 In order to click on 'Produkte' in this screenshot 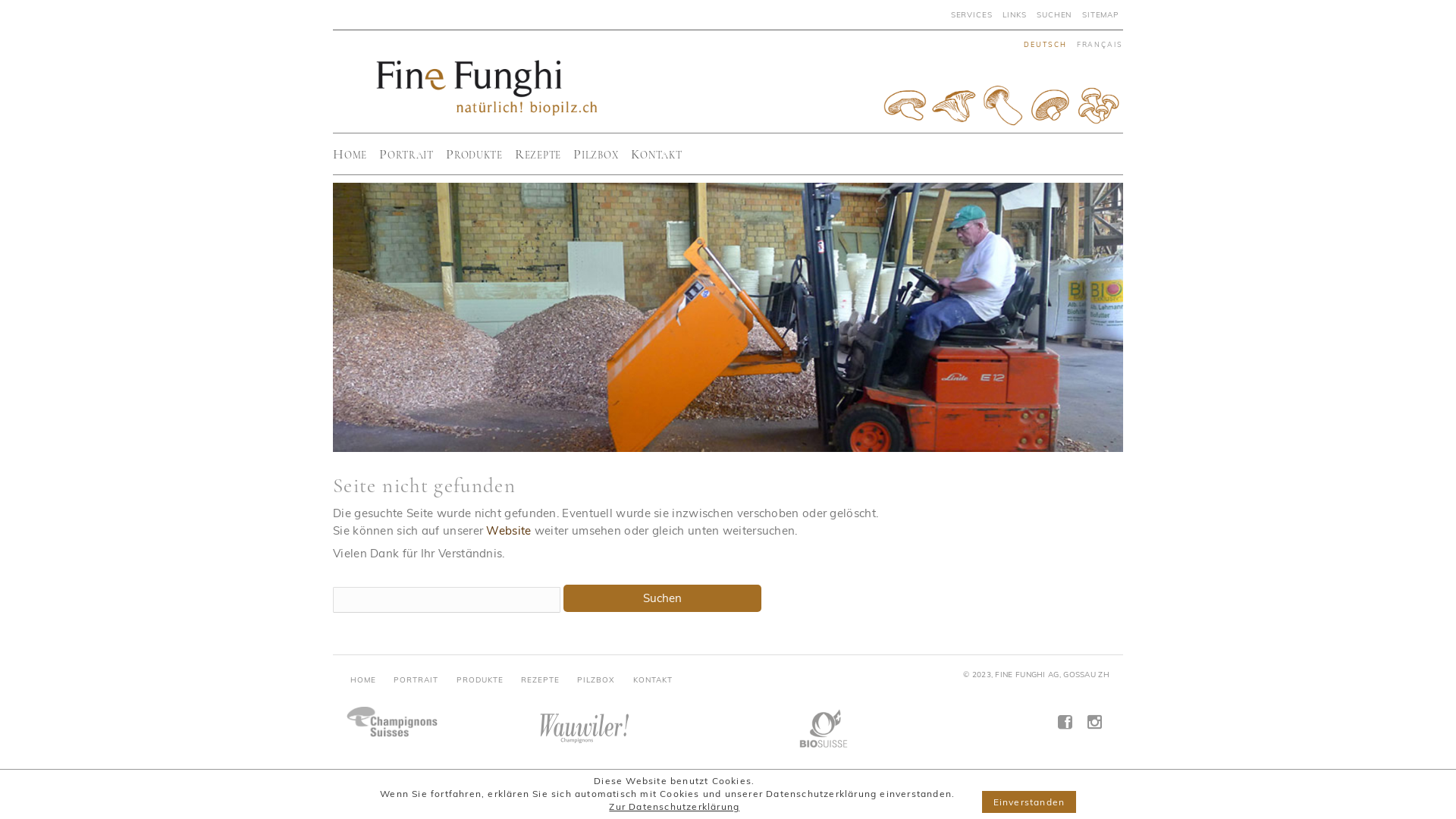, I will do `click(479, 154)`.